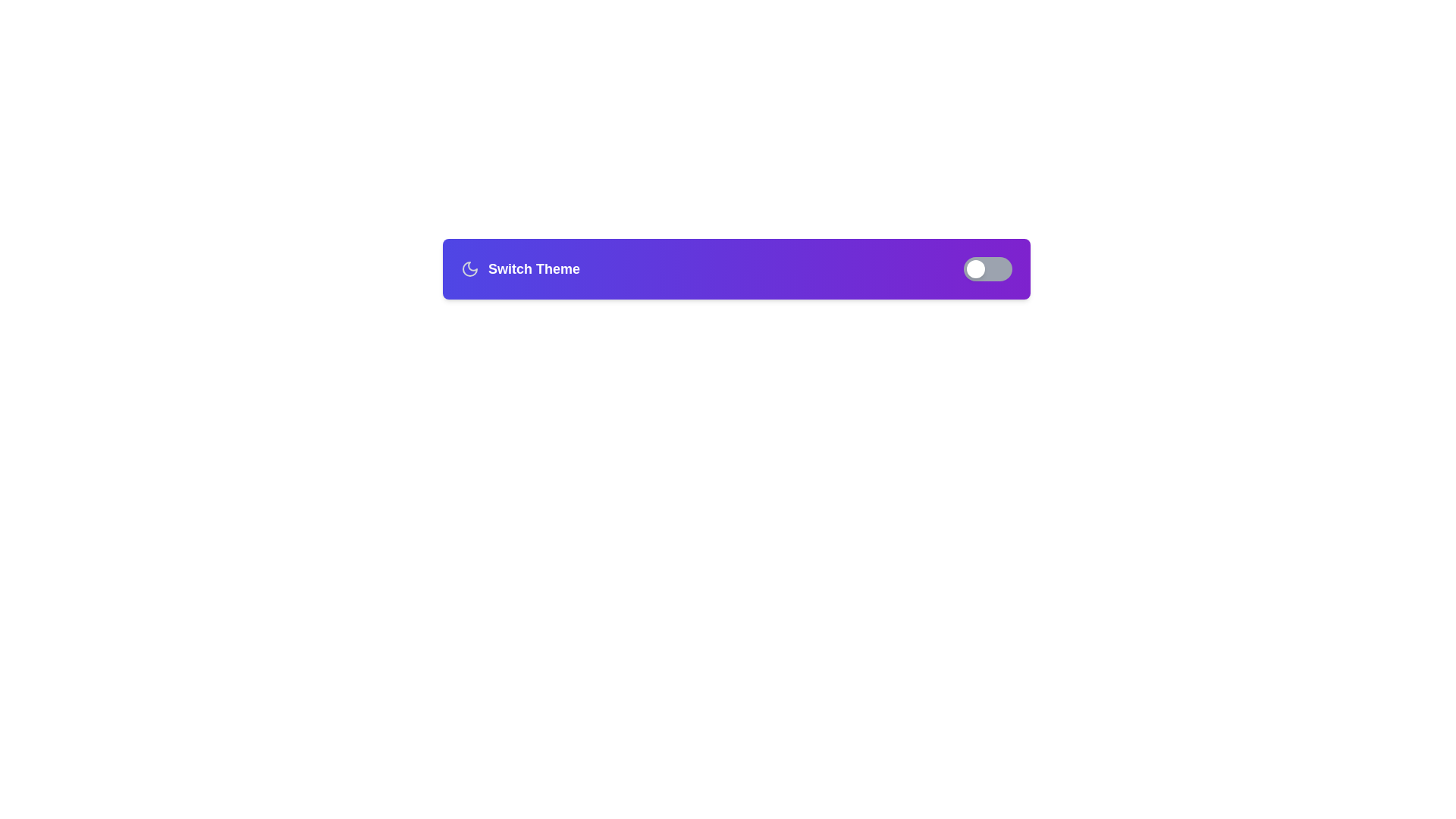 The width and height of the screenshot is (1456, 819). What do you see at coordinates (534, 268) in the screenshot?
I see `the text label that describes the functionality of the associated toggle switch for changing the display theme, which is centrally positioned between a moon icon and a toggle switch` at bounding box center [534, 268].